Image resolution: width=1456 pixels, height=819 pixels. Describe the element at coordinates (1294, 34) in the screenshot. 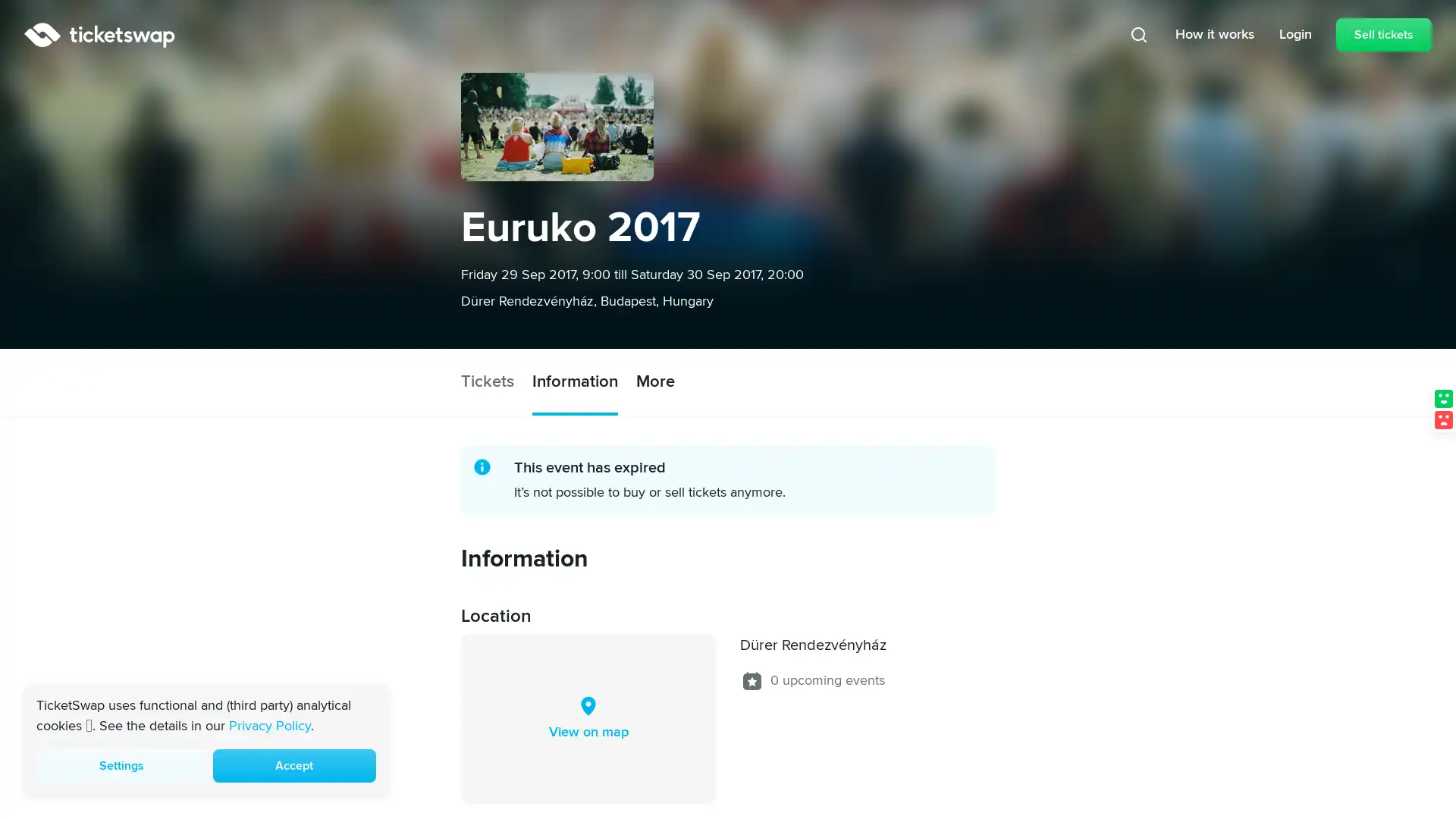

I see `Login` at that location.